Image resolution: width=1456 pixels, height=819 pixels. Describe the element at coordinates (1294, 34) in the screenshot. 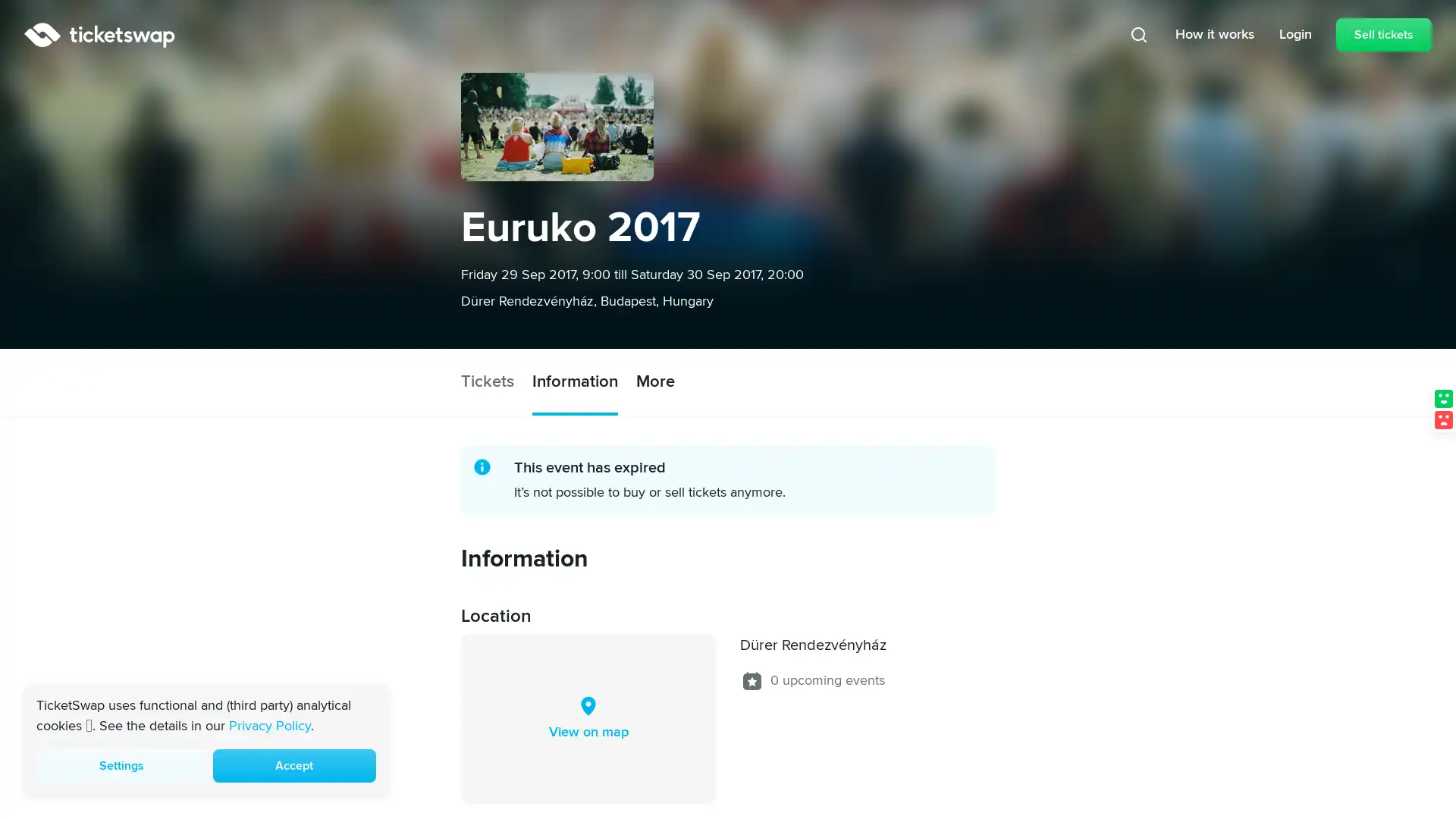

I see `Login` at that location.